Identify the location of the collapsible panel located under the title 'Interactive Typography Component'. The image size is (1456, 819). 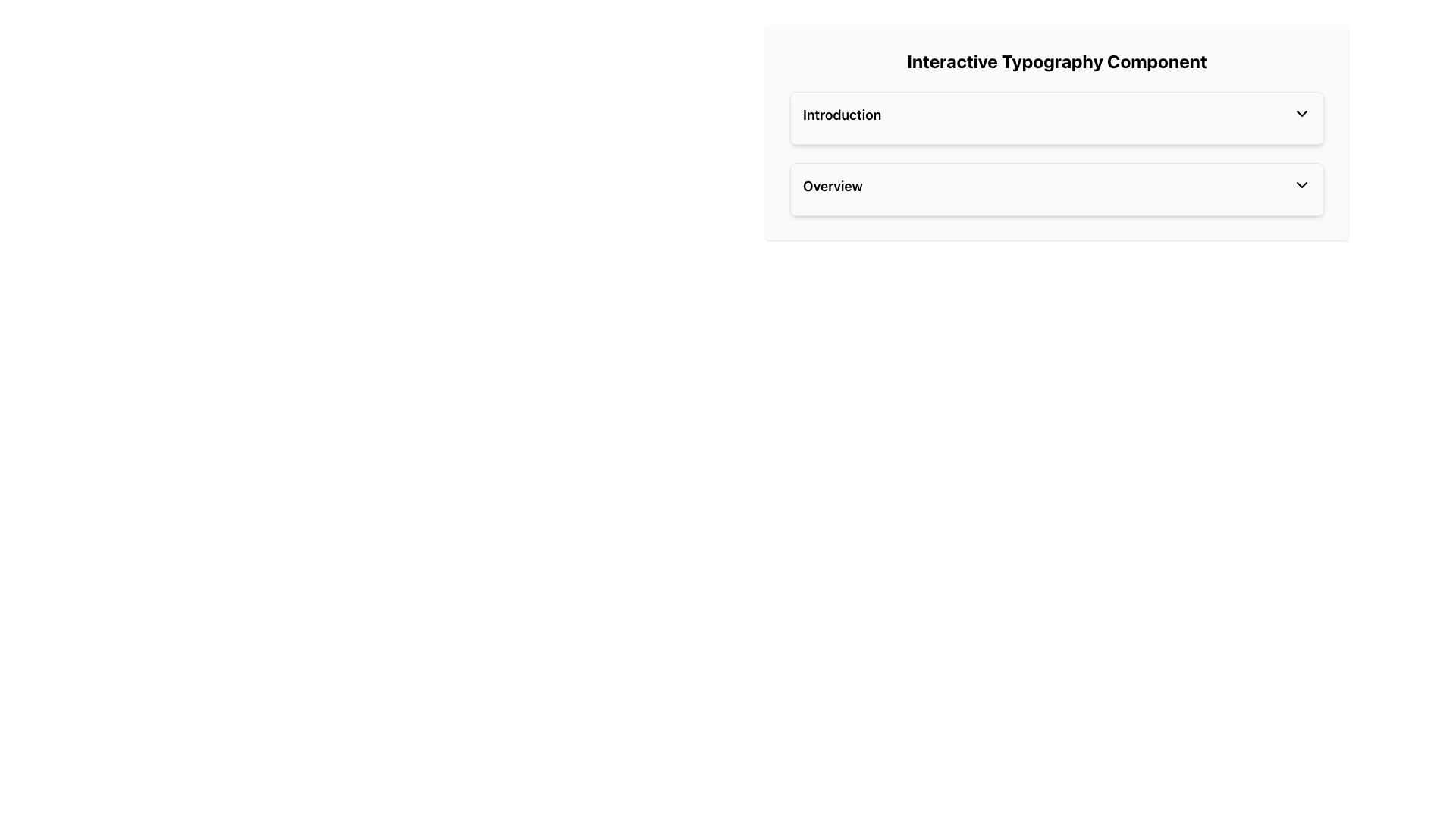
(1056, 131).